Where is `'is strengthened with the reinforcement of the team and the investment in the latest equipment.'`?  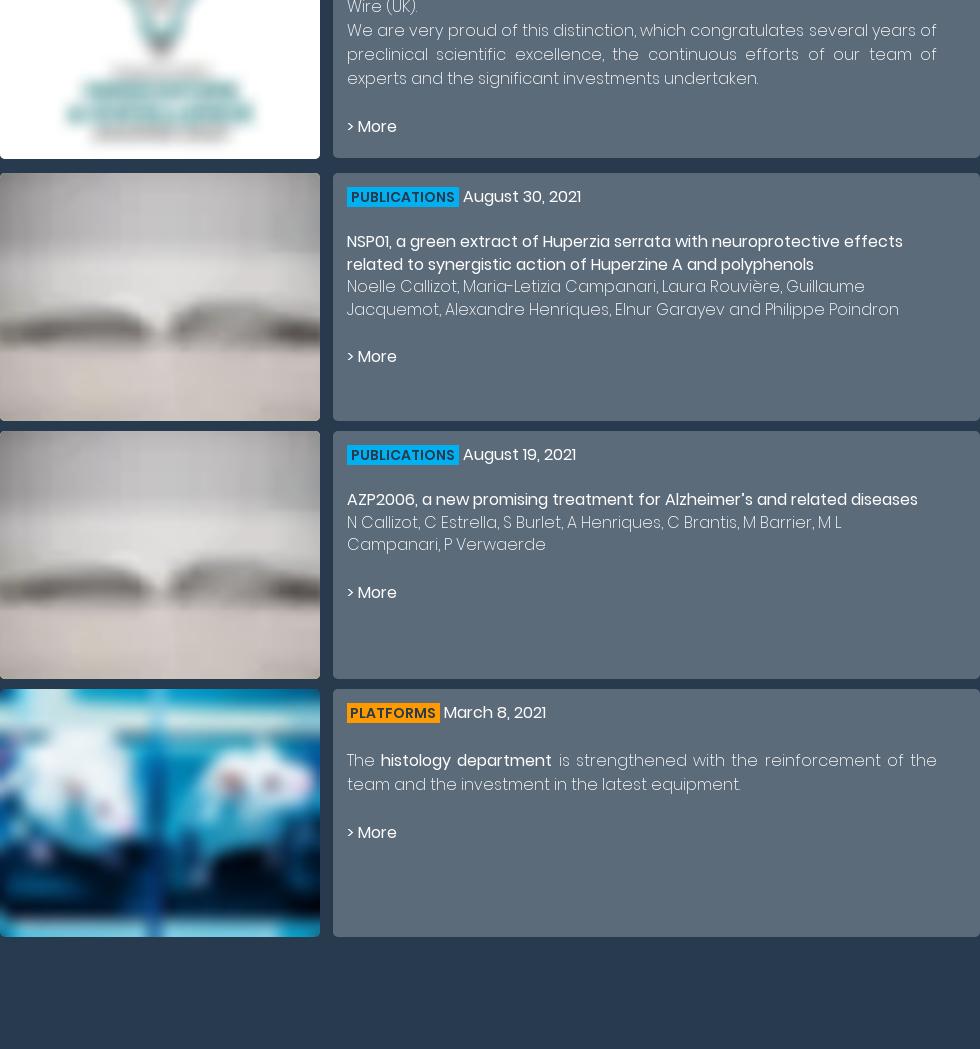 'is strengthened with the reinforcement of the team and the investment in the latest equipment.' is located at coordinates (641, 772).